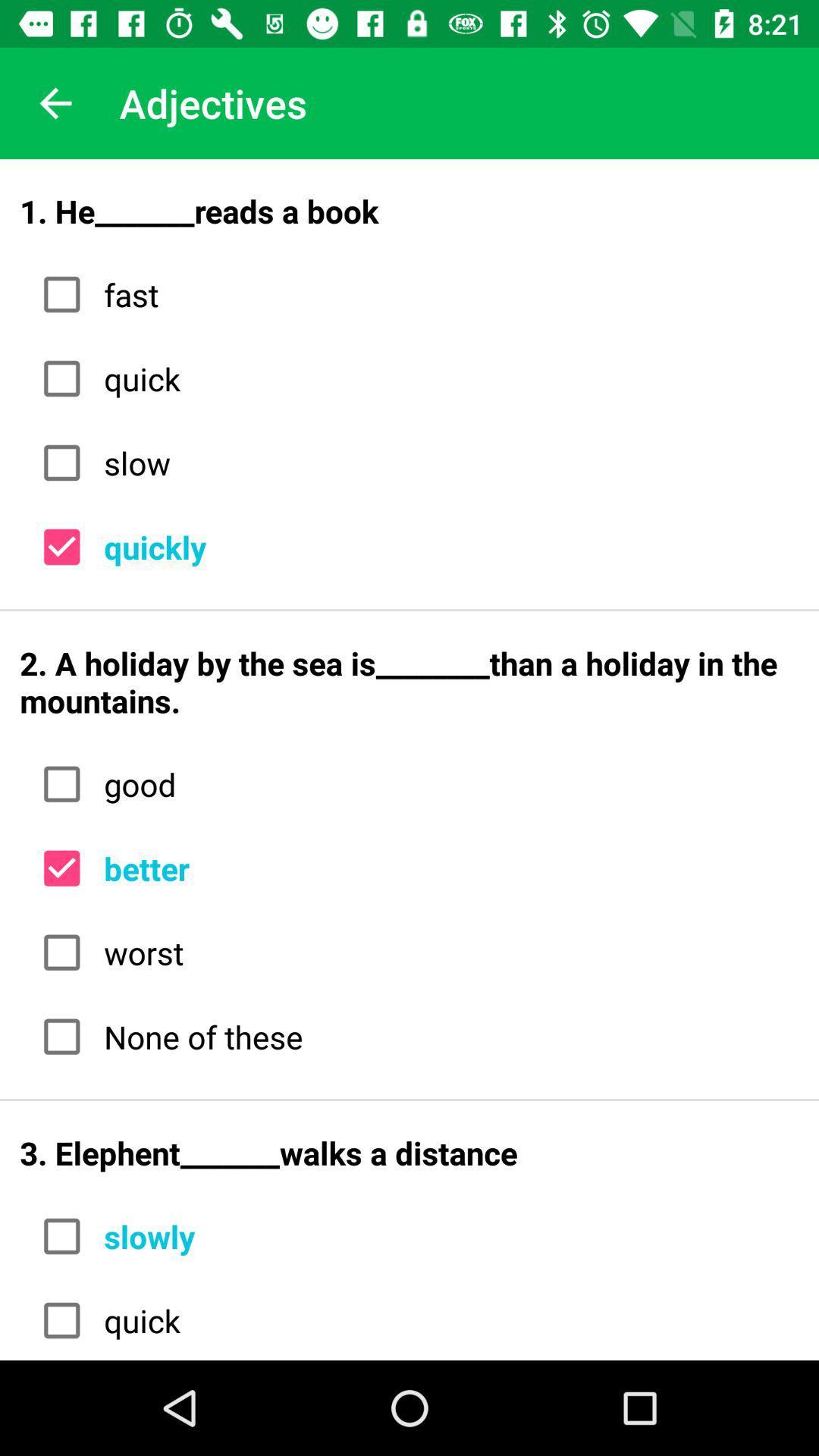 This screenshot has height=1456, width=819. Describe the element at coordinates (445, 294) in the screenshot. I see `fast item` at that location.